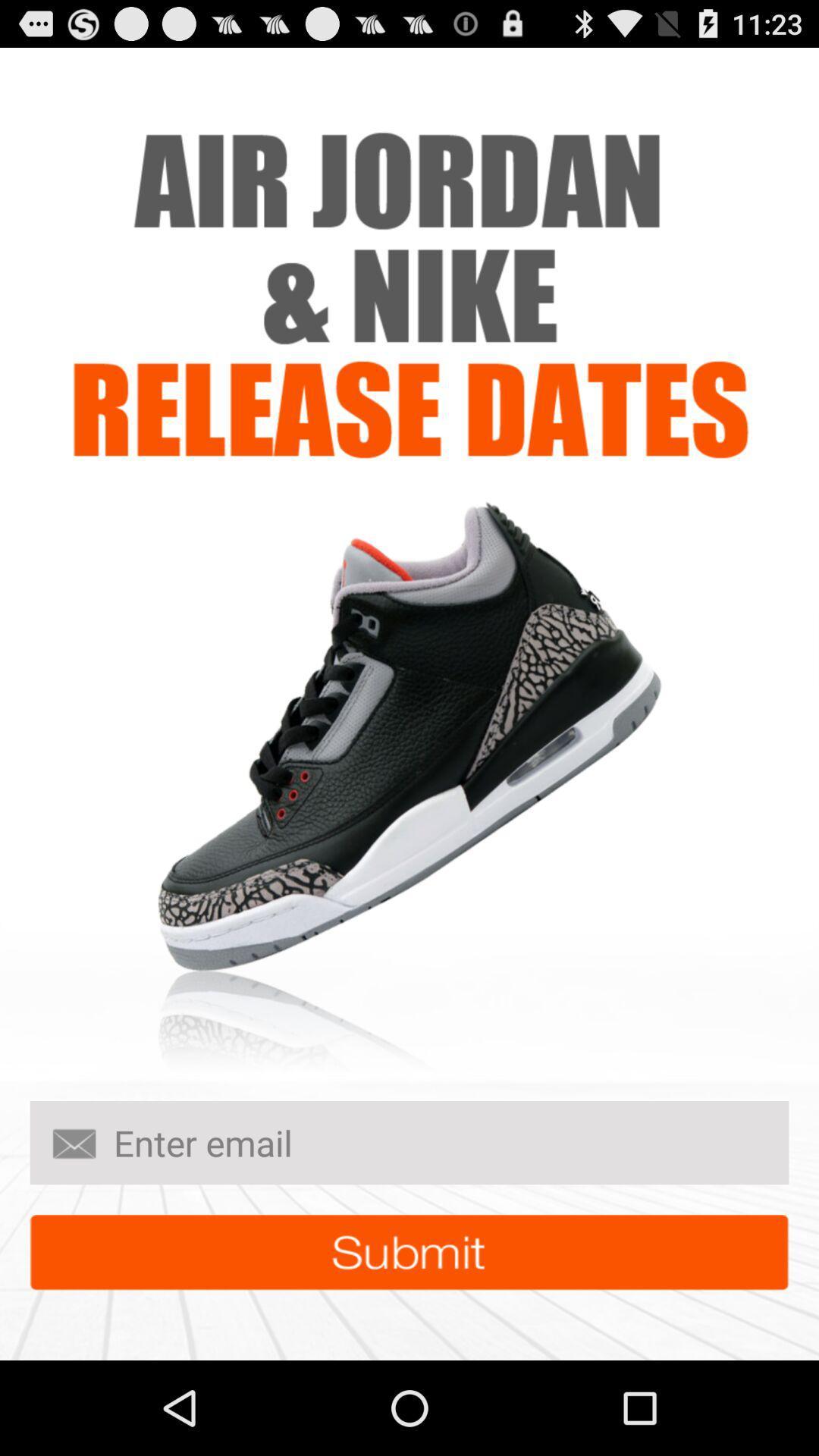 Image resolution: width=819 pixels, height=1456 pixels. What do you see at coordinates (409, 1252) in the screenshot?
I see `submit input button` at bounding box center [409, 1252].